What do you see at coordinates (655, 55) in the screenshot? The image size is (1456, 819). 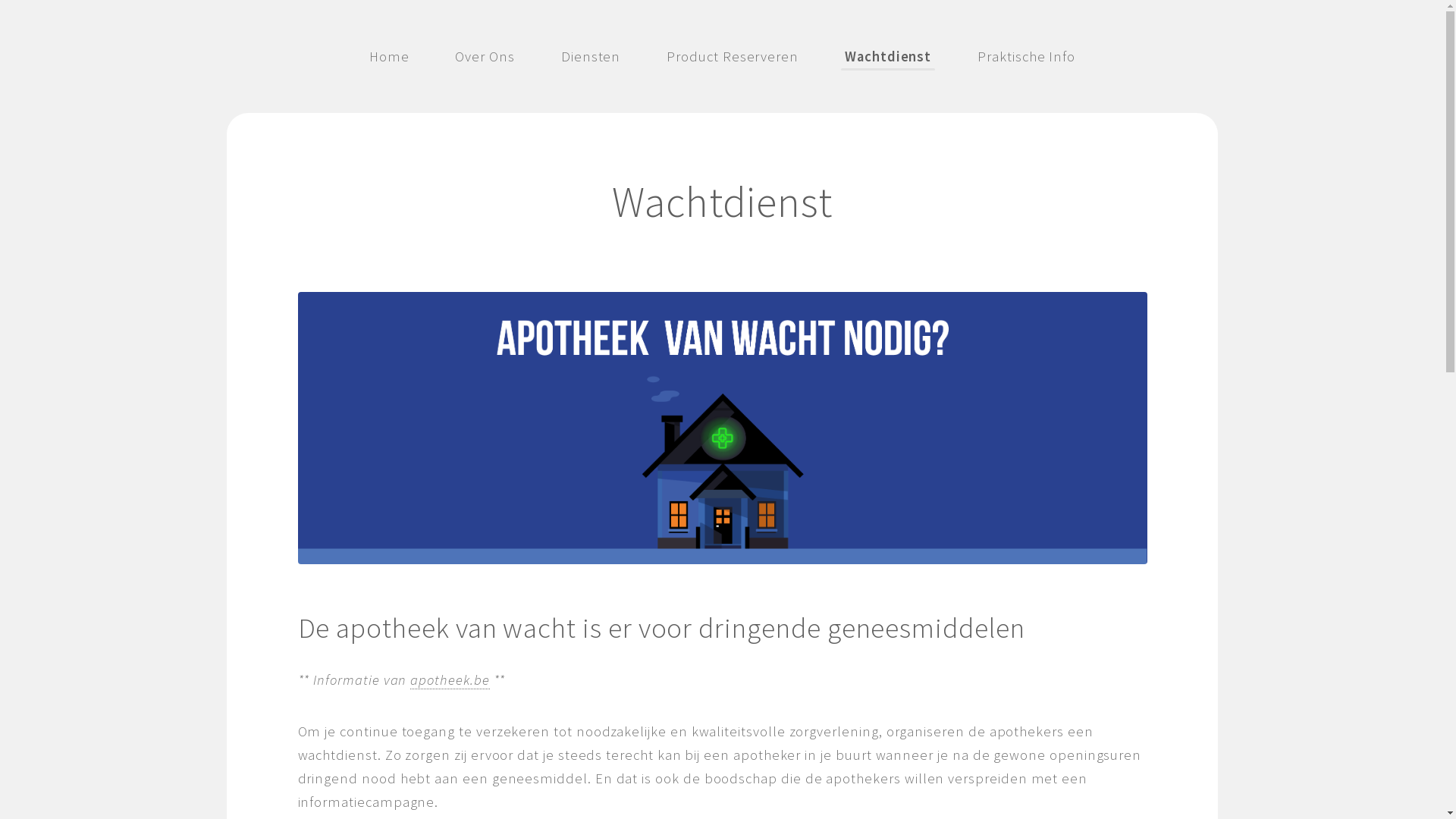 I see `'Product Reserveren'` at bounding box center [655, 55].